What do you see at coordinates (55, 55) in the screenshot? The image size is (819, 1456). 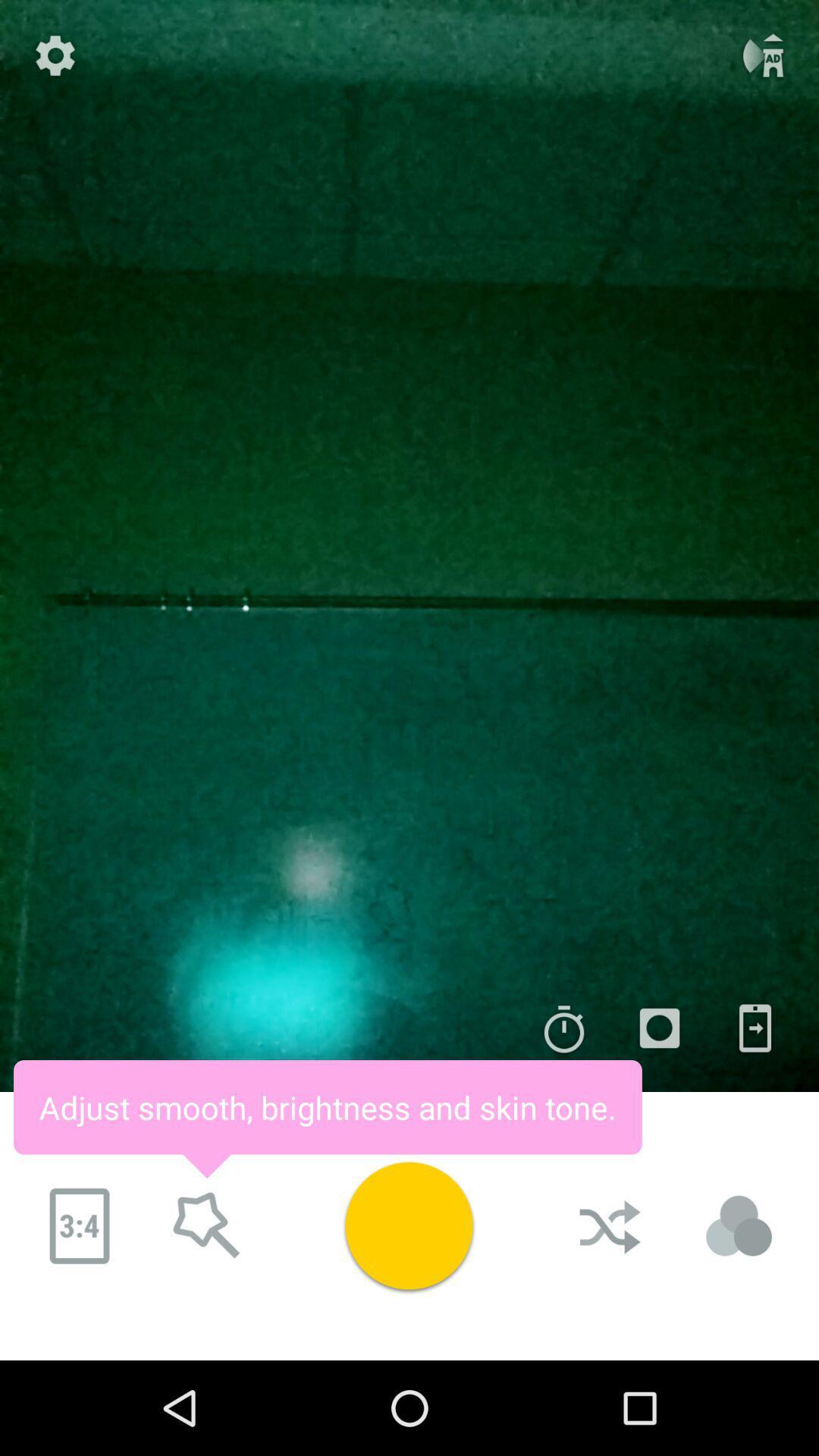 I see `the settings icon` at bounding box center [55, 55].